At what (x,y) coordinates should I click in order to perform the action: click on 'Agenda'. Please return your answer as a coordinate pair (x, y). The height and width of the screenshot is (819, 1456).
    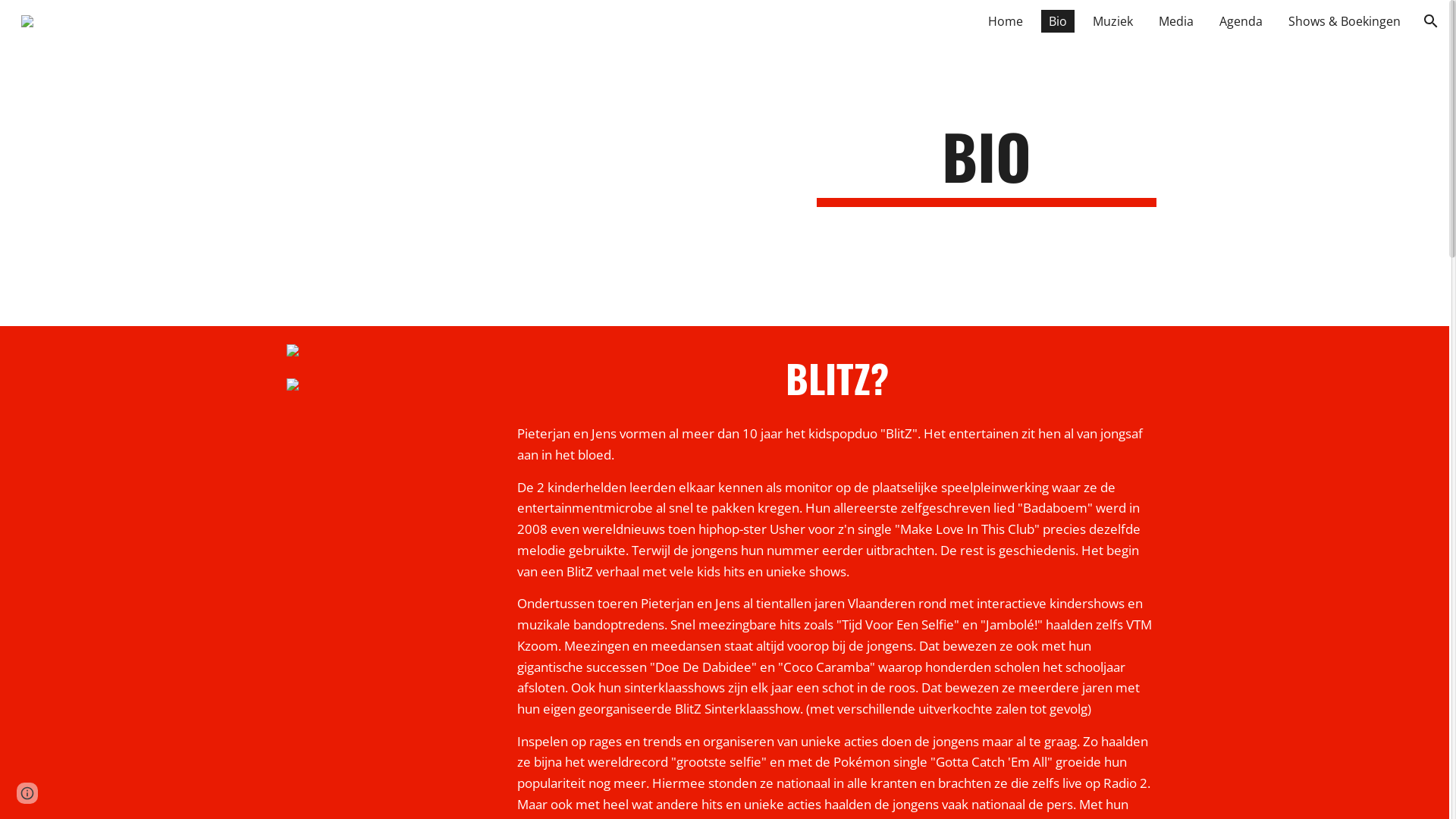
    Looking at the image, I should click on (1241, 20).